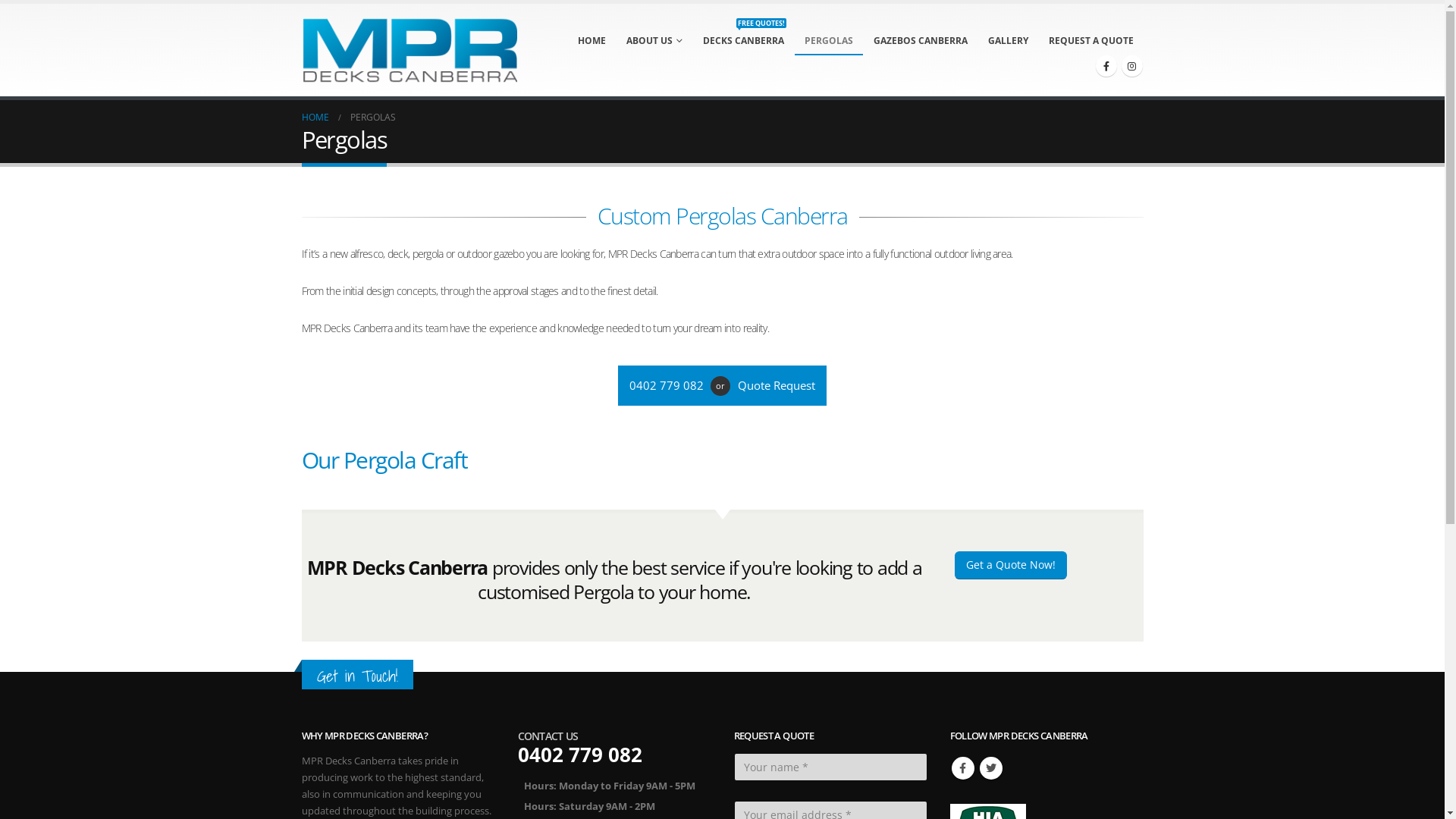 Image resolution: width=1456 pixels, height=819 pixels. I want to click on 'Twitter', so click(990, 768).